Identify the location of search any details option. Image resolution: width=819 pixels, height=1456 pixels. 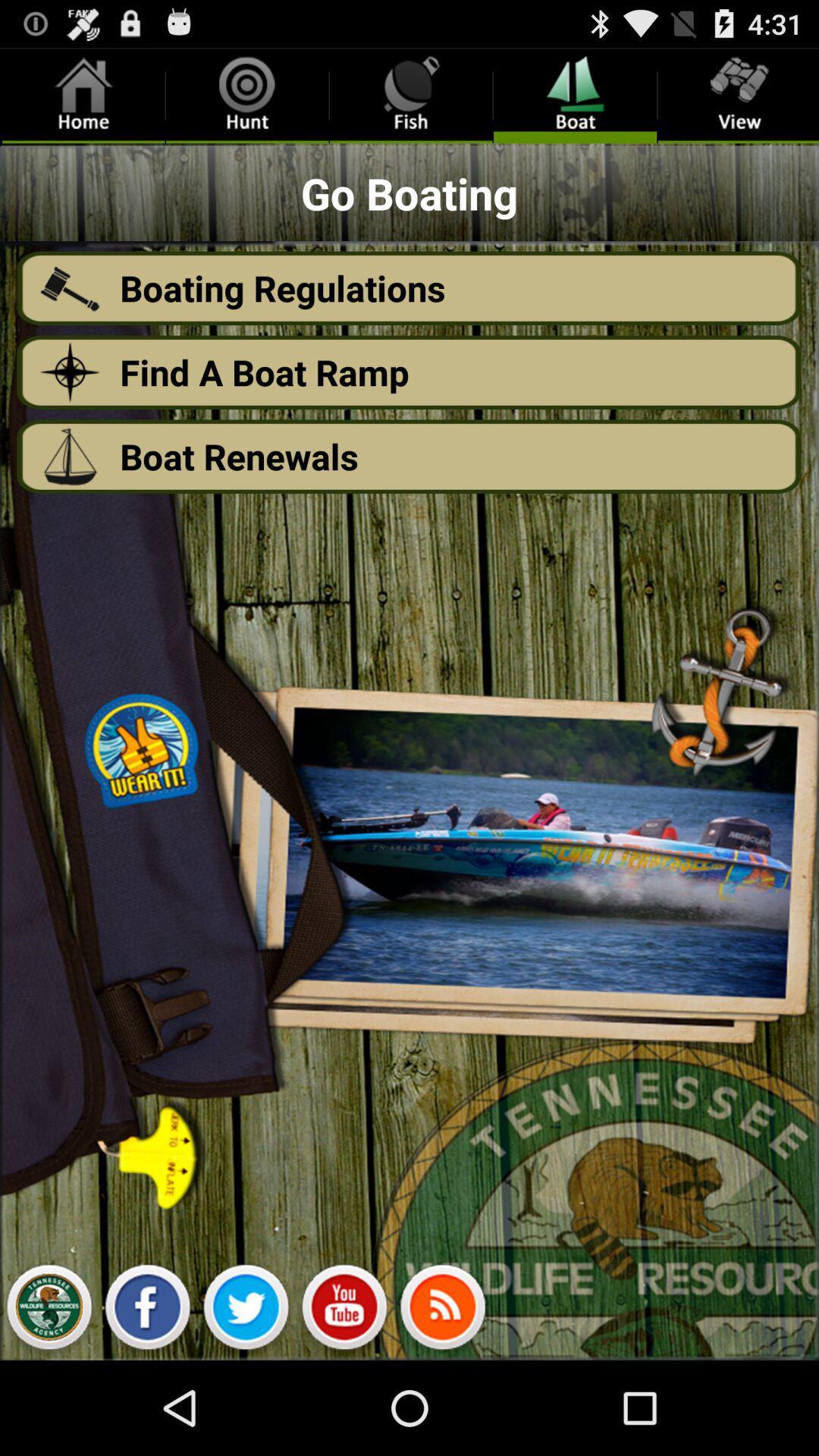
(344, 1310).